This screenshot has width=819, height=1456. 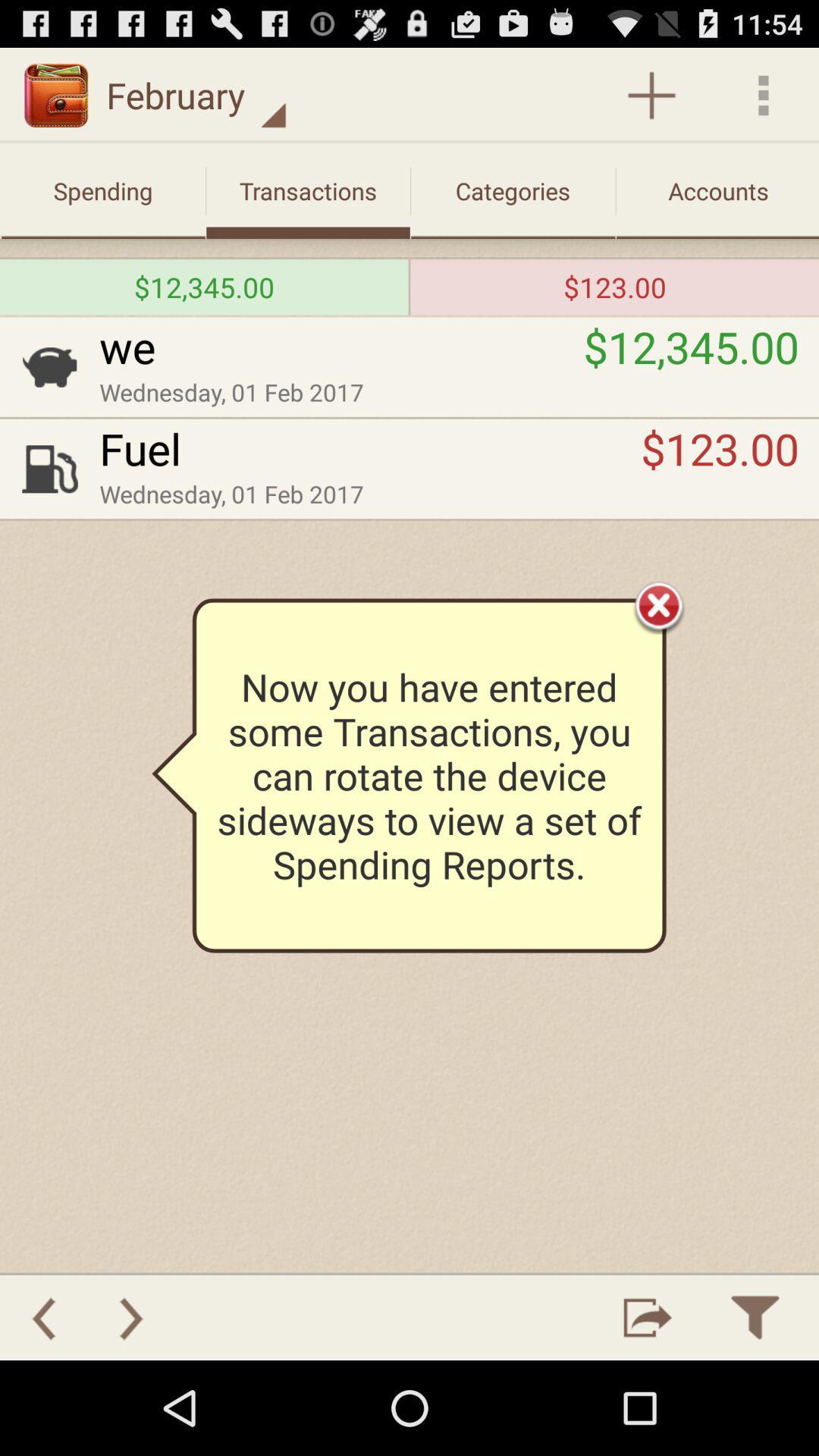 What do you see at coordinates (370, 447) in the screenshot?
I see `the item next to $123.00 icon` at bounding box center [370, 447].